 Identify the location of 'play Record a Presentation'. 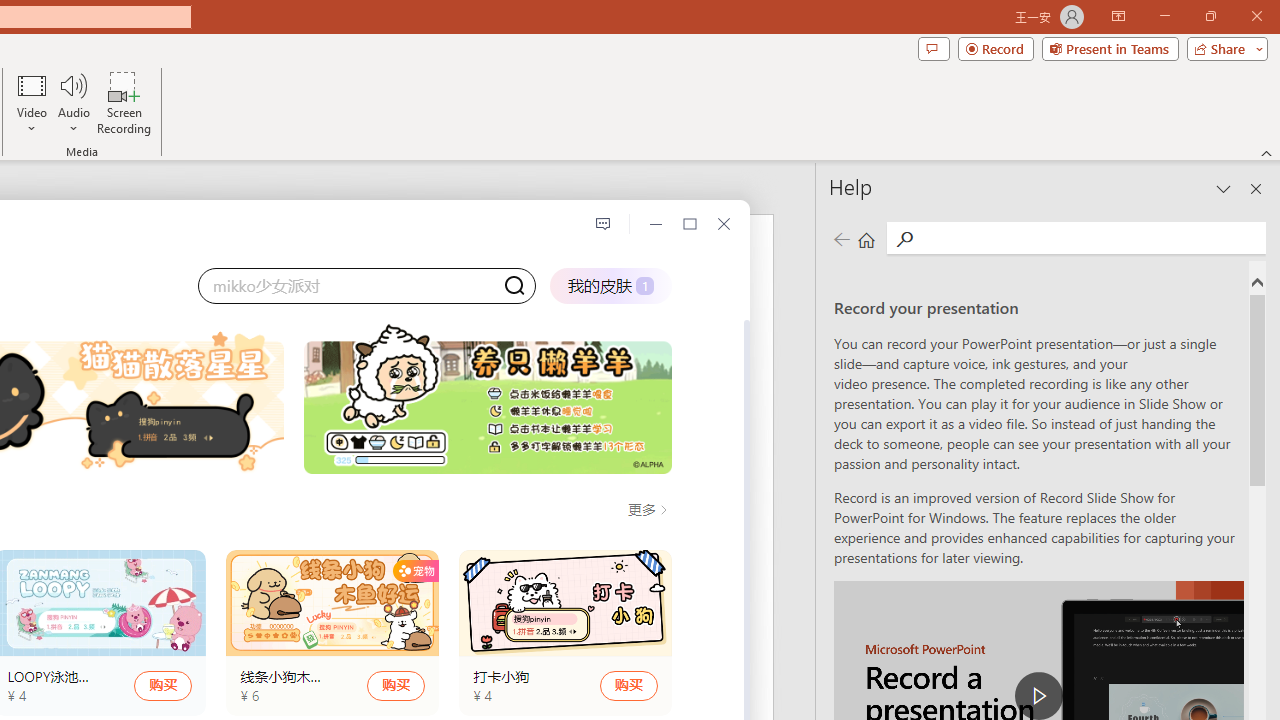
(1038, 694).